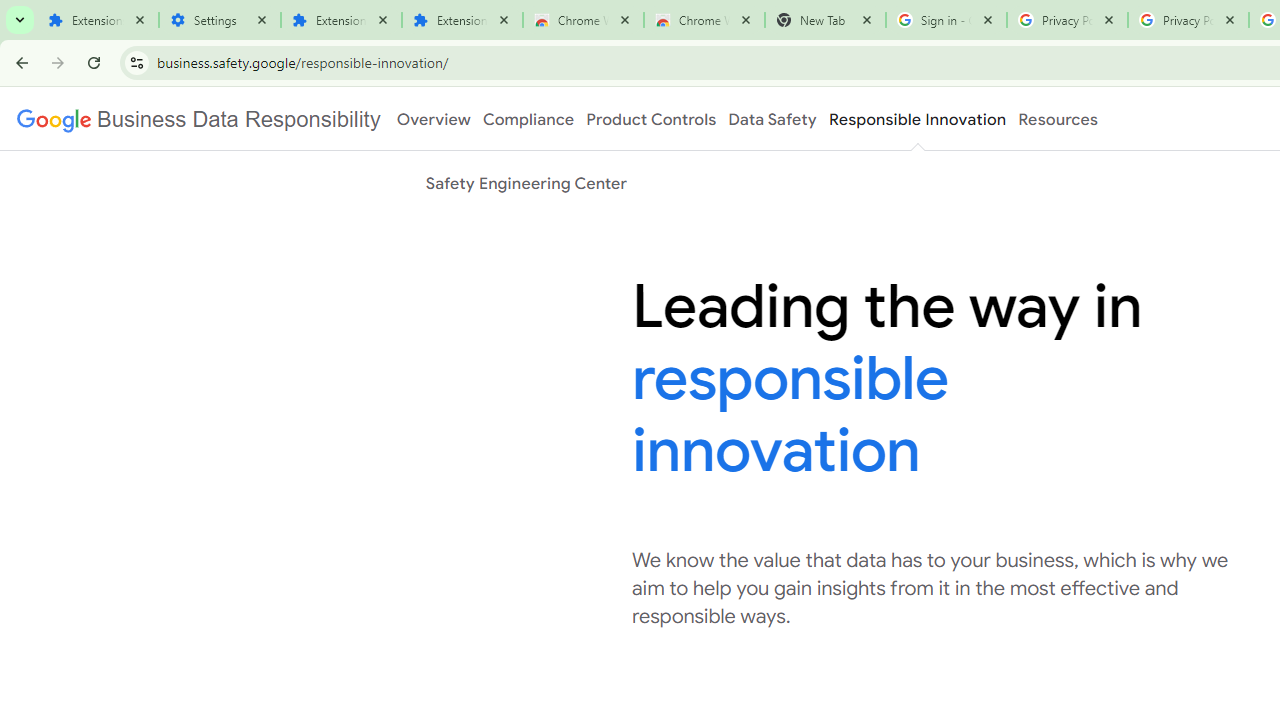 The height and width of the screenshot is (720, 1280). What do you see at coordinates (96, 20) in the screenshot?
I see `'Extensions'` at bounding box center [96, 20].